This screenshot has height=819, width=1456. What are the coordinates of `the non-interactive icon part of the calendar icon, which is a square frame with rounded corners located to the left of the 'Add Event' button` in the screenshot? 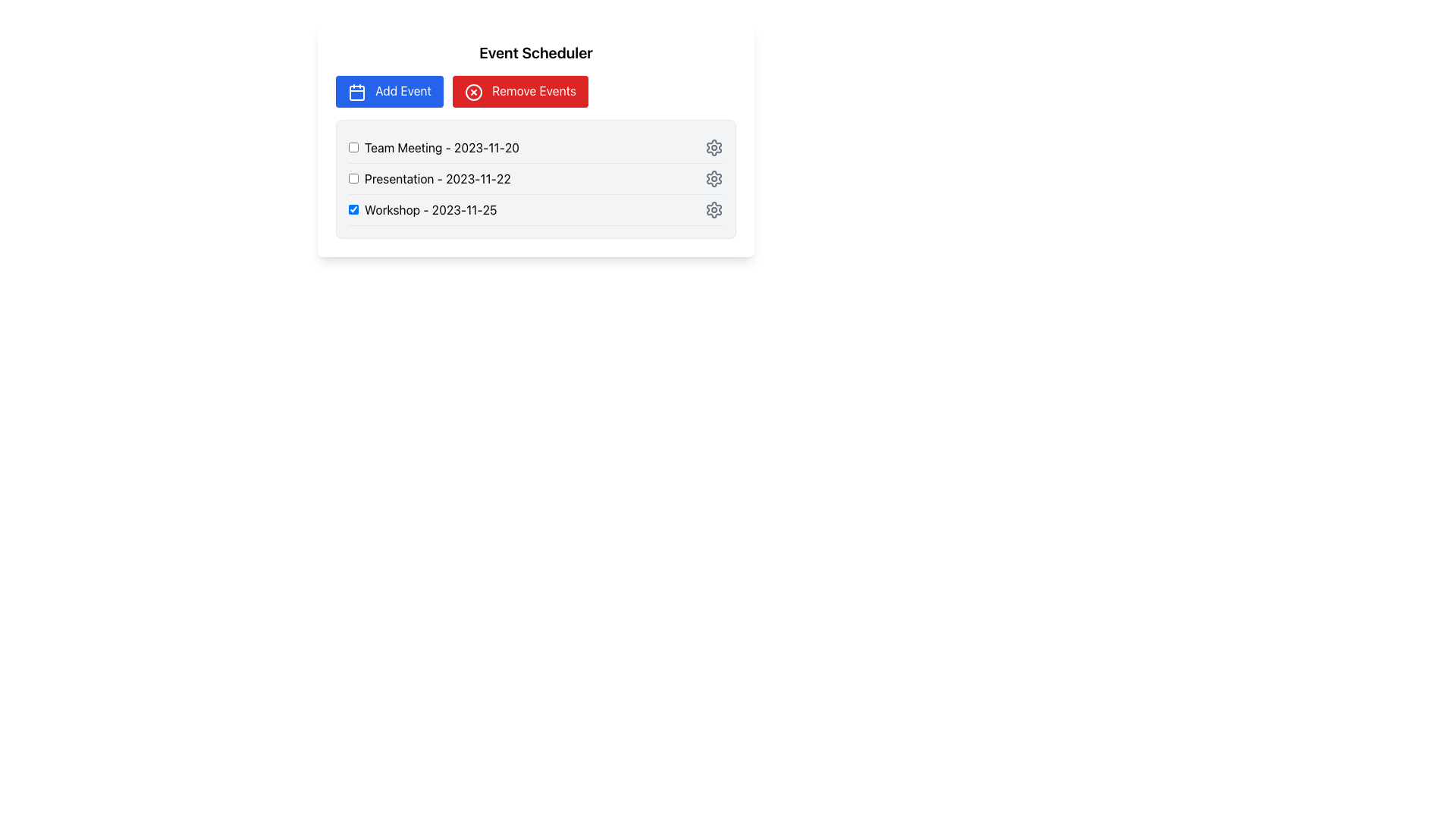 It's located at (356, 93).